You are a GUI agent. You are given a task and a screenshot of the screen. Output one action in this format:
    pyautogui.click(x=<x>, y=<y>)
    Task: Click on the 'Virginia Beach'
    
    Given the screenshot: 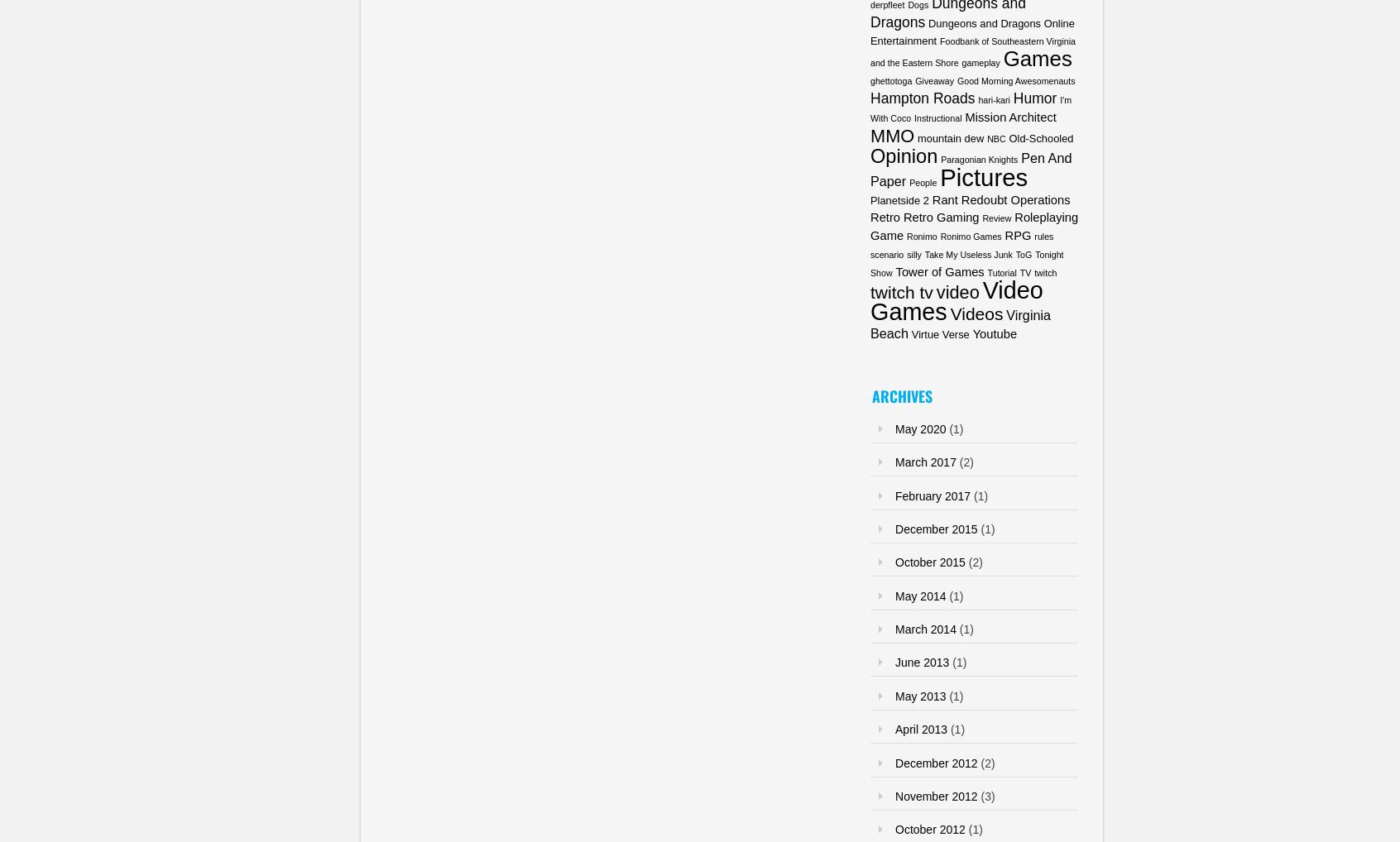 What is the action you would take?
    pyautogui.click(x=960, y=323)
    